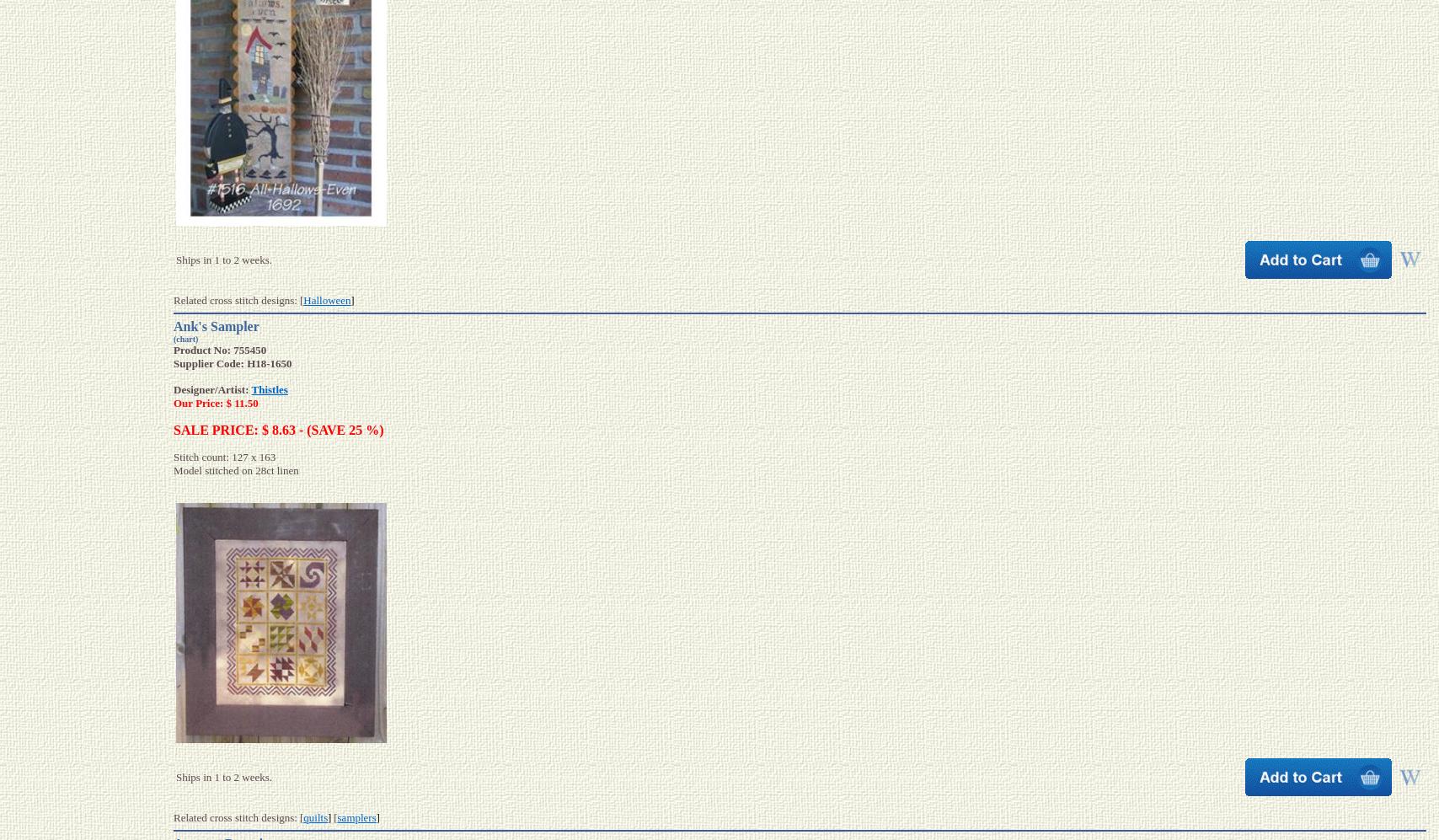  What do you see at coordinates (185, 338) in the screenshot?
I see `'(chart)'` at bounding box center [185, 338].